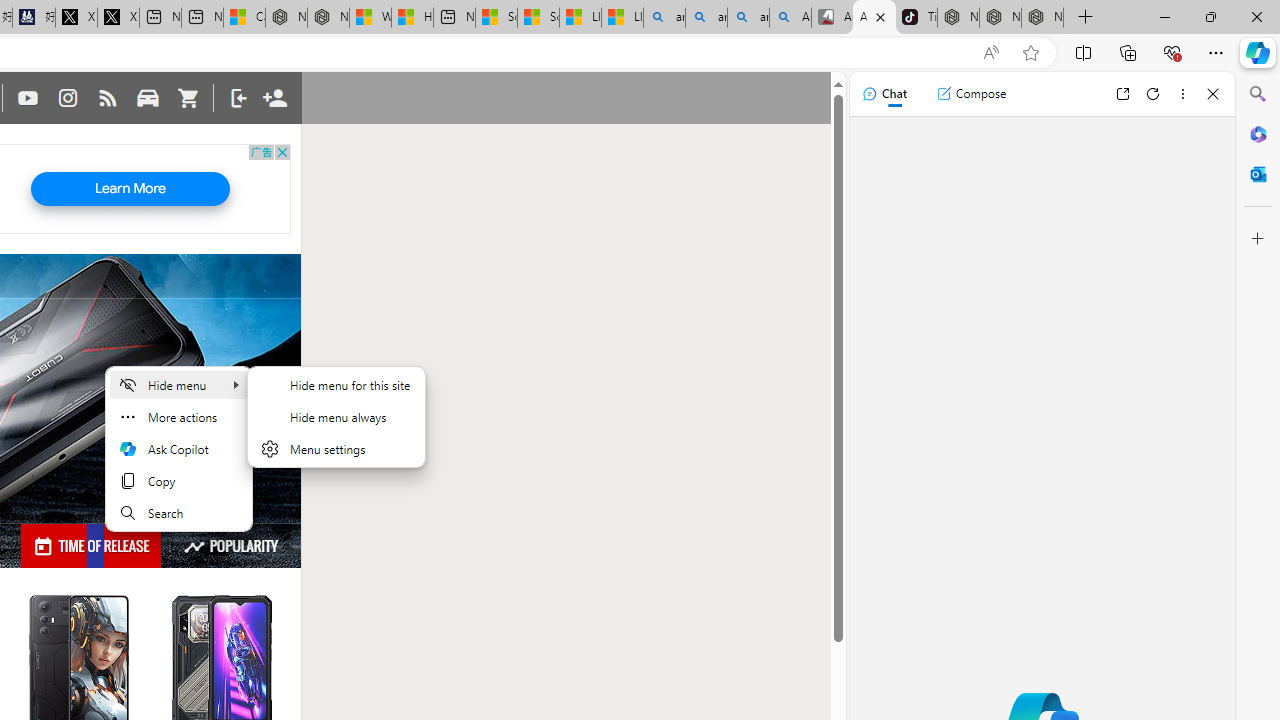 The image size is (1280, 720). What do you see at coordinates (411, 17) in the screenshot?
I see `'Huge shark washes ashore at New York City beach | Watch'` at bounding box center [411, 17].